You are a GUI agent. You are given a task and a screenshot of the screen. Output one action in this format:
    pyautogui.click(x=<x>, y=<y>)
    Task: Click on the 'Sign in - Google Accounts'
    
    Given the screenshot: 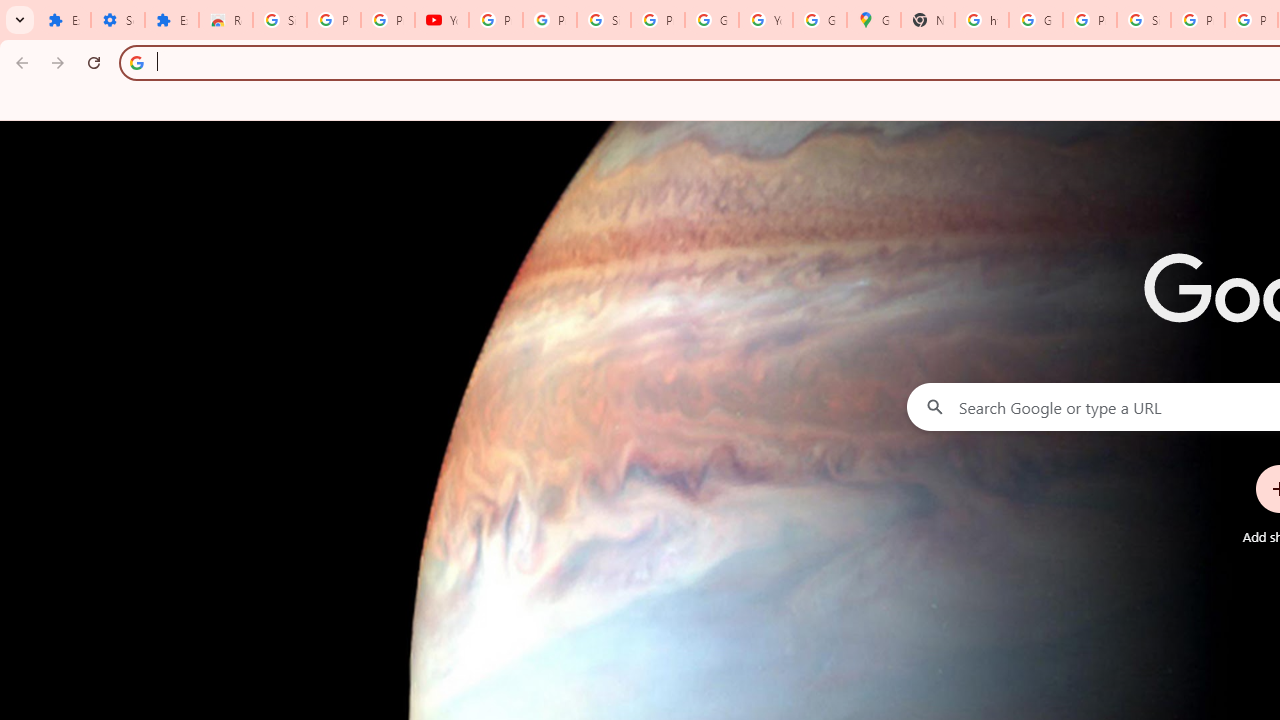 What is the action you would take?
    pyautogui.click(x=1144, y=20)
    